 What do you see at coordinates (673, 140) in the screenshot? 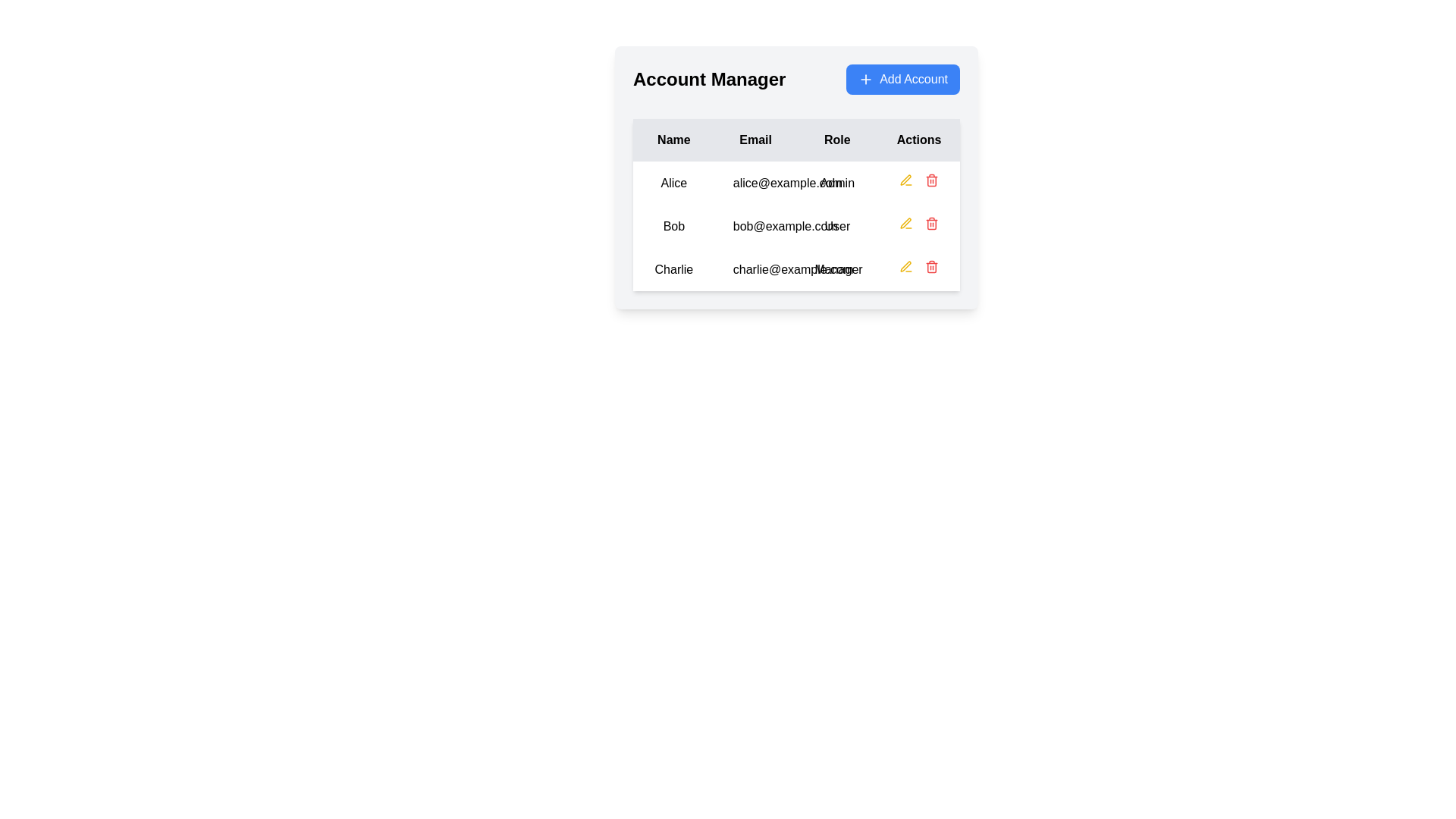
I see `the 'Name' header label in the table, which is the first item in the header row, located below the 'Account Manager' title and above the '+ Add Account' button` at bounding box center [673, 140].